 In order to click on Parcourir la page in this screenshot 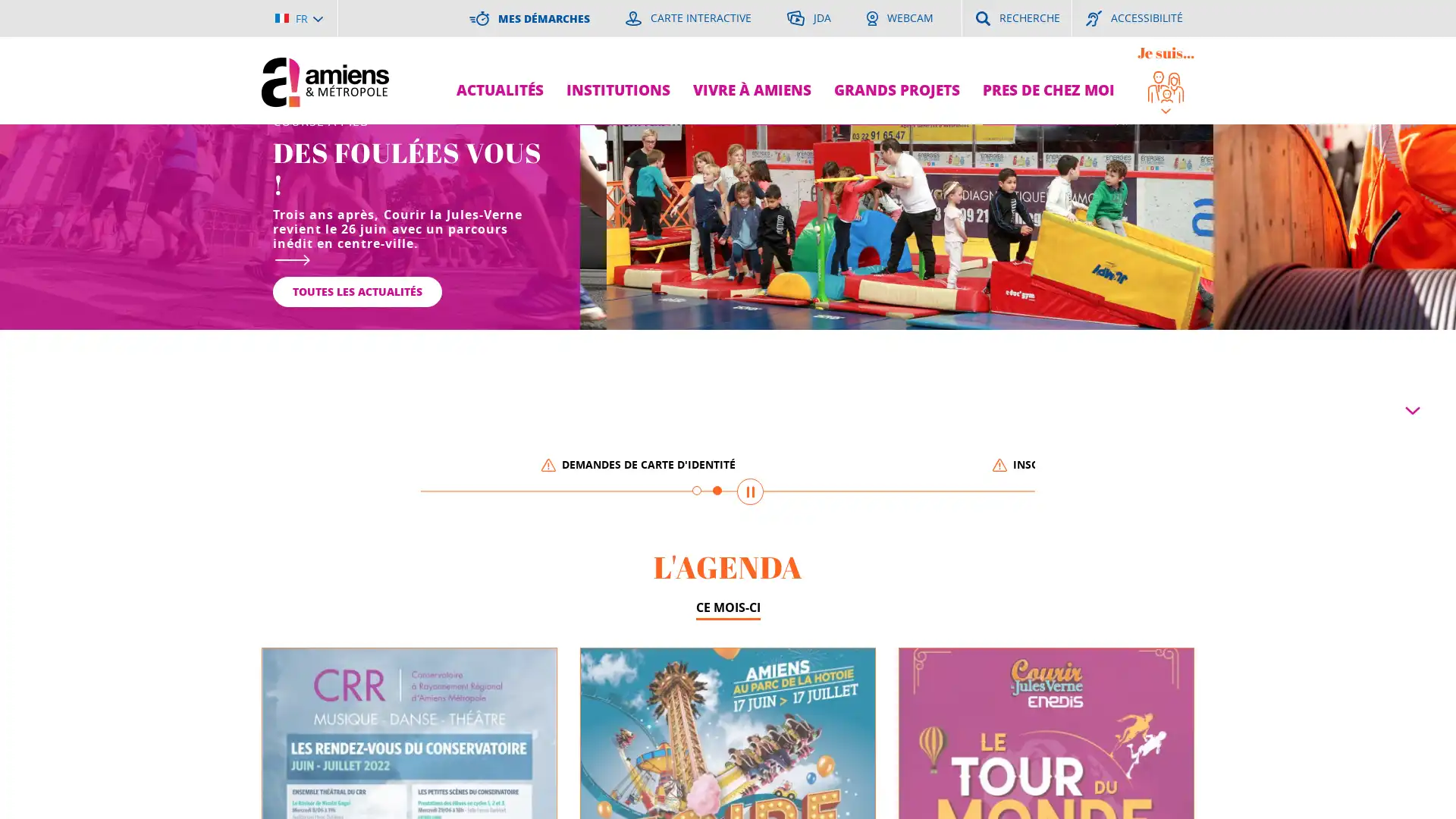, I will do `click(1411, 579)`.